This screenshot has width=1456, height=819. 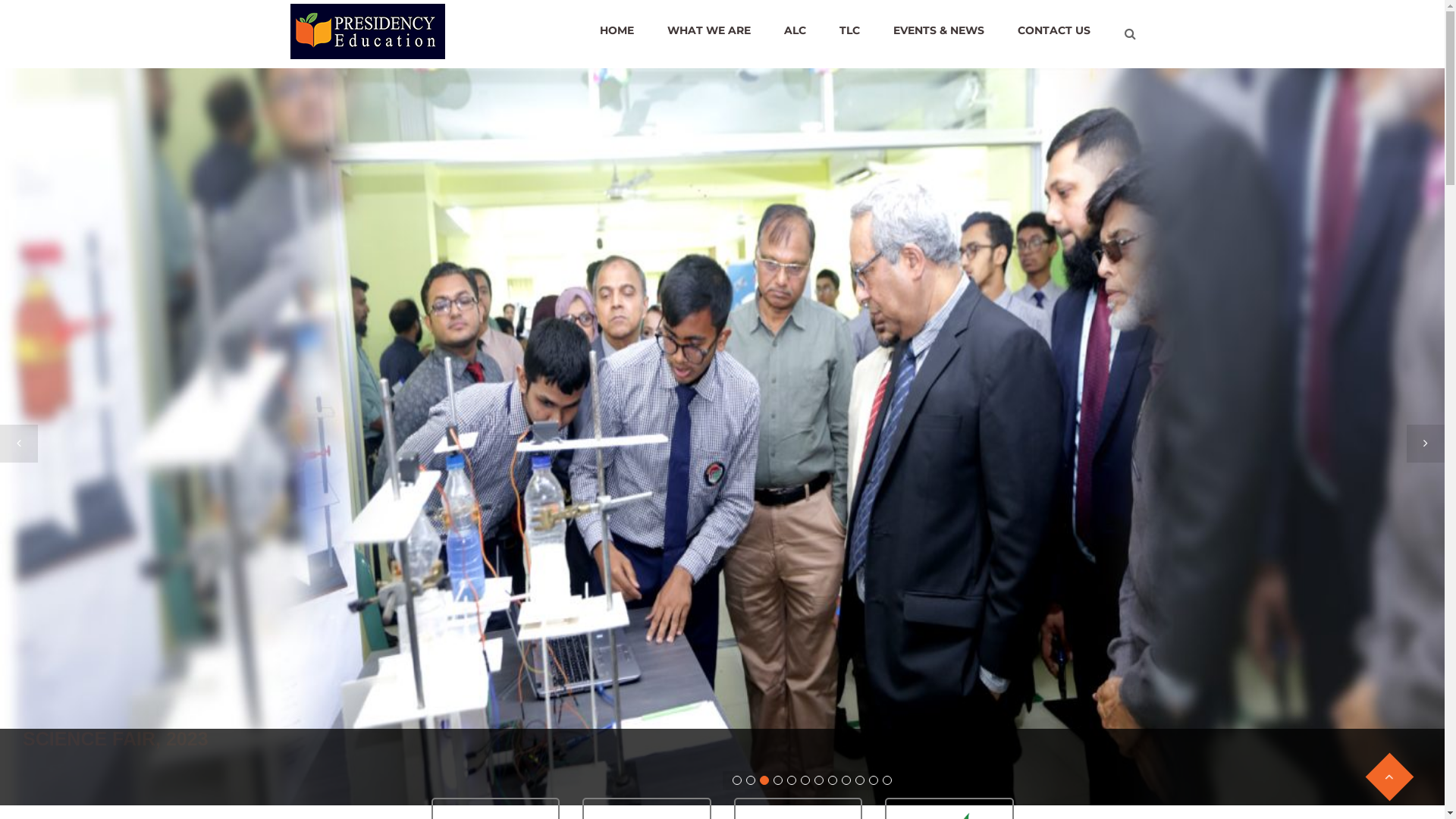 What do you see at coordinates (832, 780) in the screenshot?
I see `'8'` at bounding box center [832, 780].